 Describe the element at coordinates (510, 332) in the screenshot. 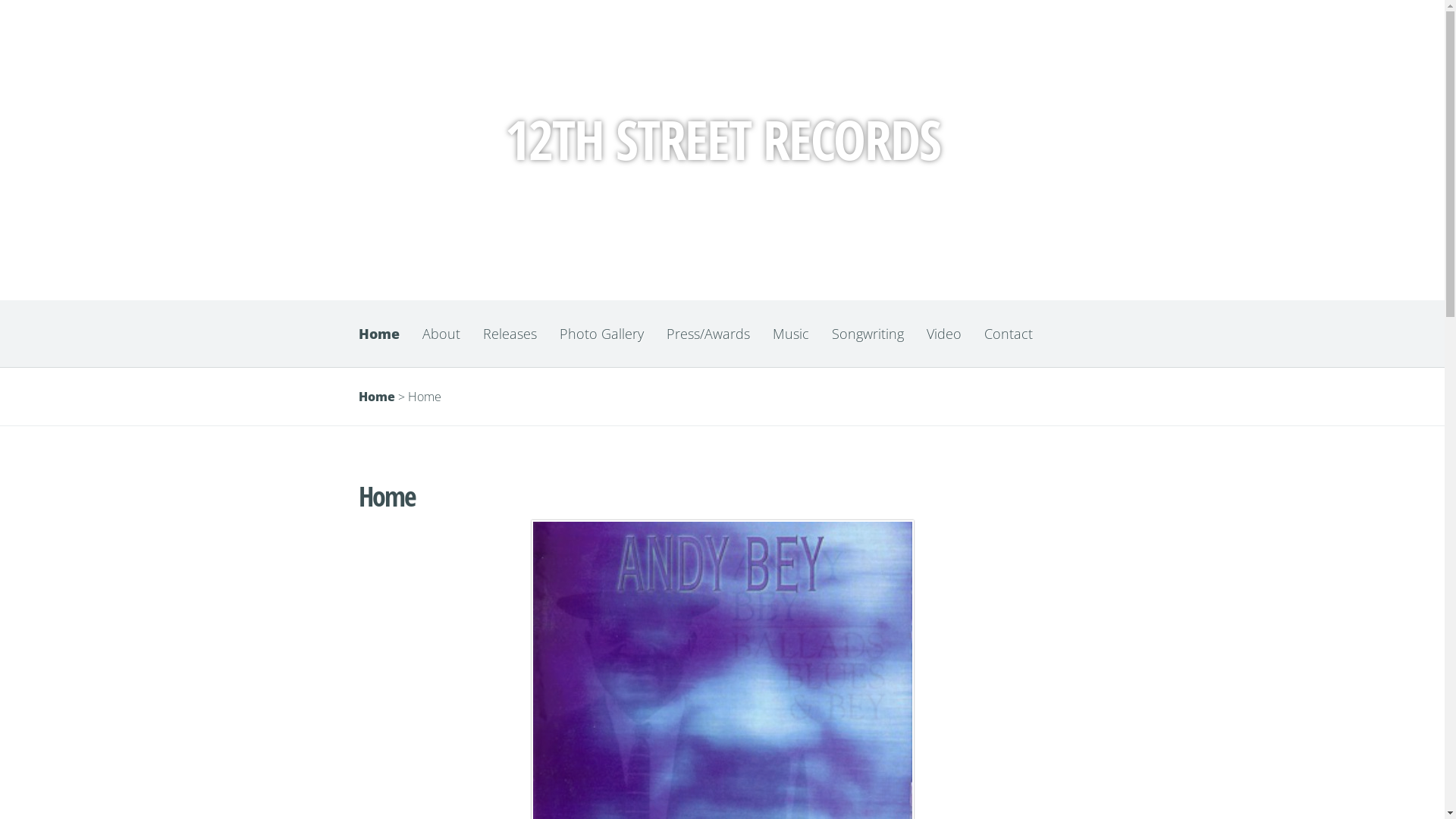

I see `'Releases'` at that location.